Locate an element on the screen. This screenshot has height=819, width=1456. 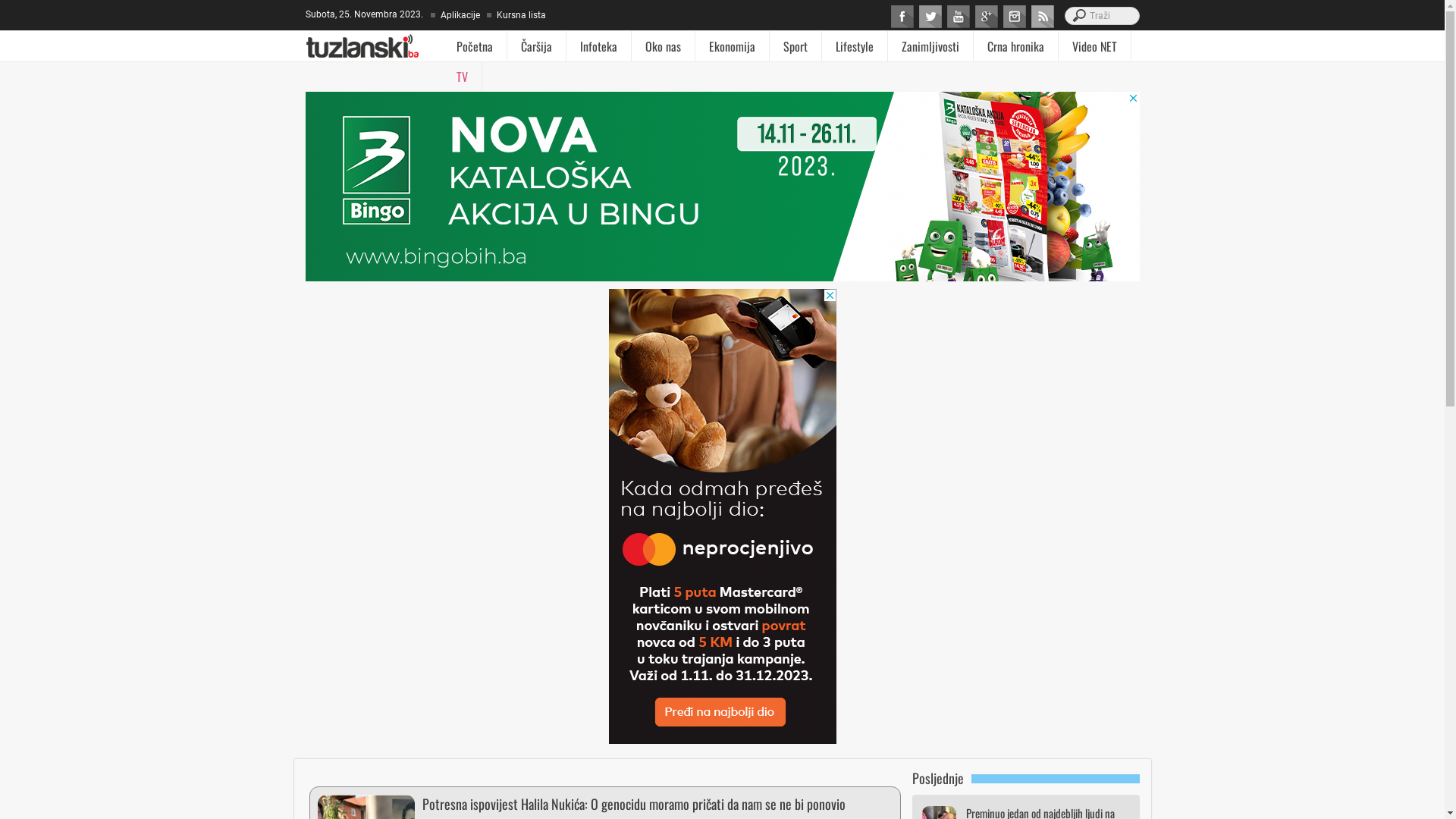
'Zanimljivosti' is located at coordinates (930, 45).